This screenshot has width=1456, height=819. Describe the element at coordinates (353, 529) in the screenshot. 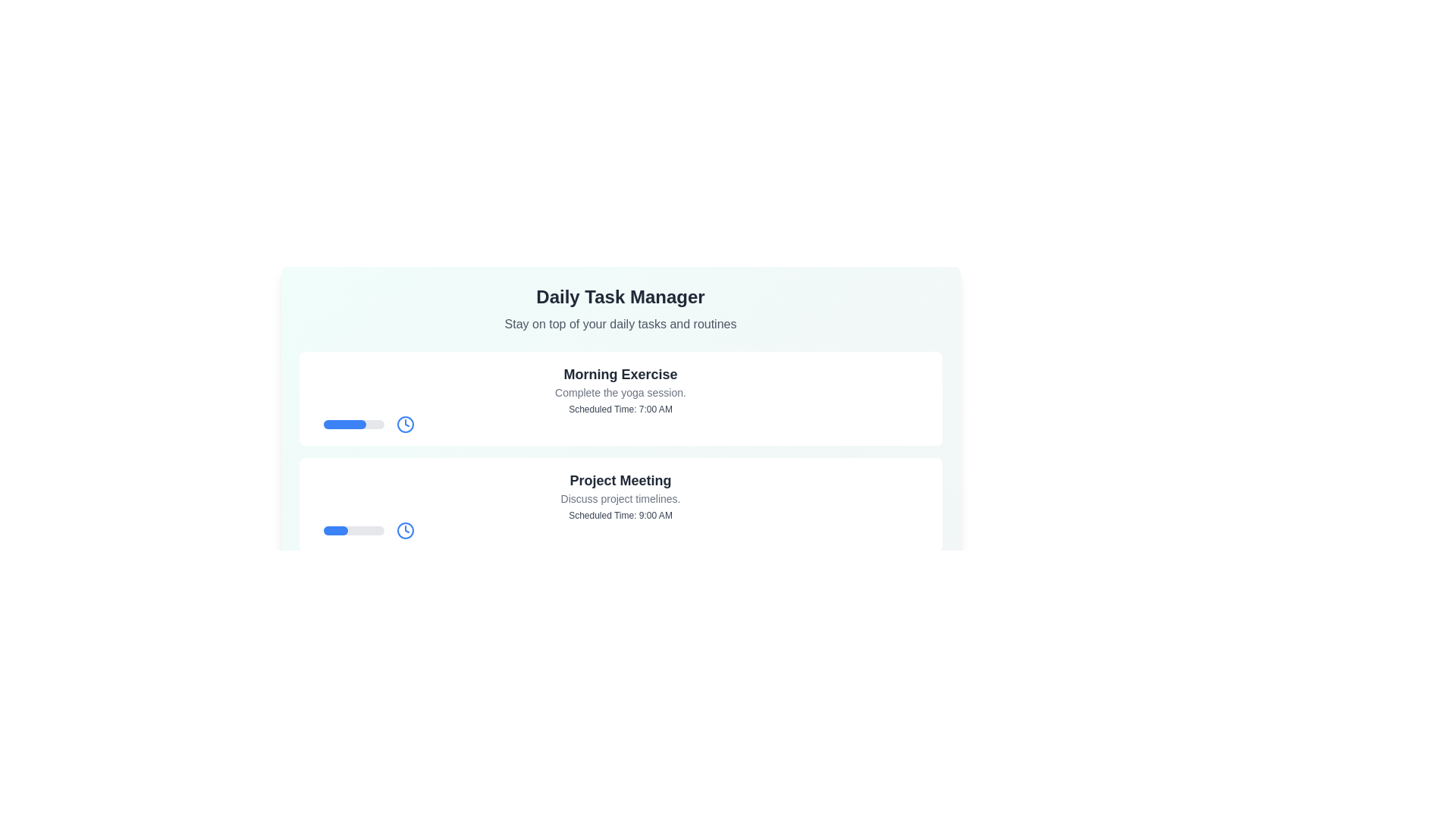

I see `the progress visually on the progress bar associated with the 'Project Meeting' task located in the second section of the interface` at that location.